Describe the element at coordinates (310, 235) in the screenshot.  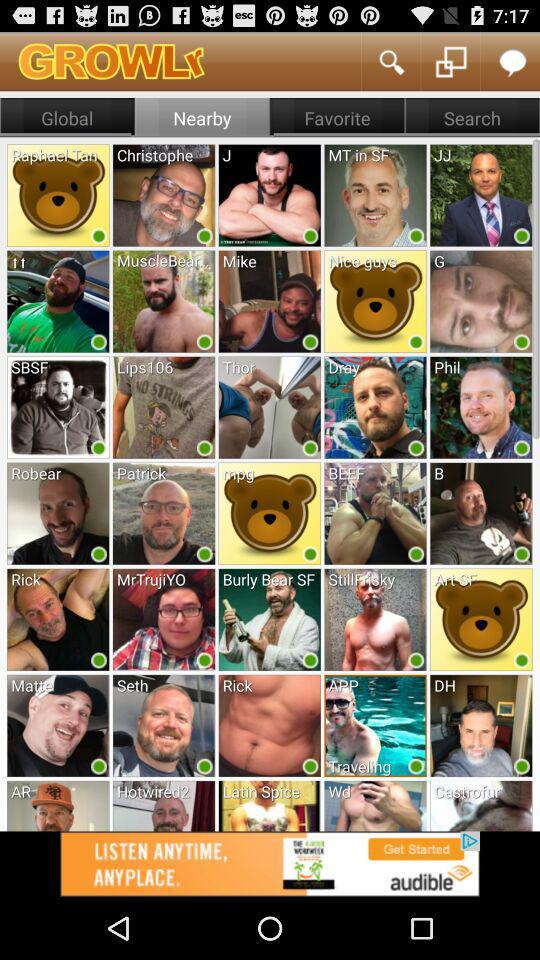
I see `the green color button in the first row third image` at that location.